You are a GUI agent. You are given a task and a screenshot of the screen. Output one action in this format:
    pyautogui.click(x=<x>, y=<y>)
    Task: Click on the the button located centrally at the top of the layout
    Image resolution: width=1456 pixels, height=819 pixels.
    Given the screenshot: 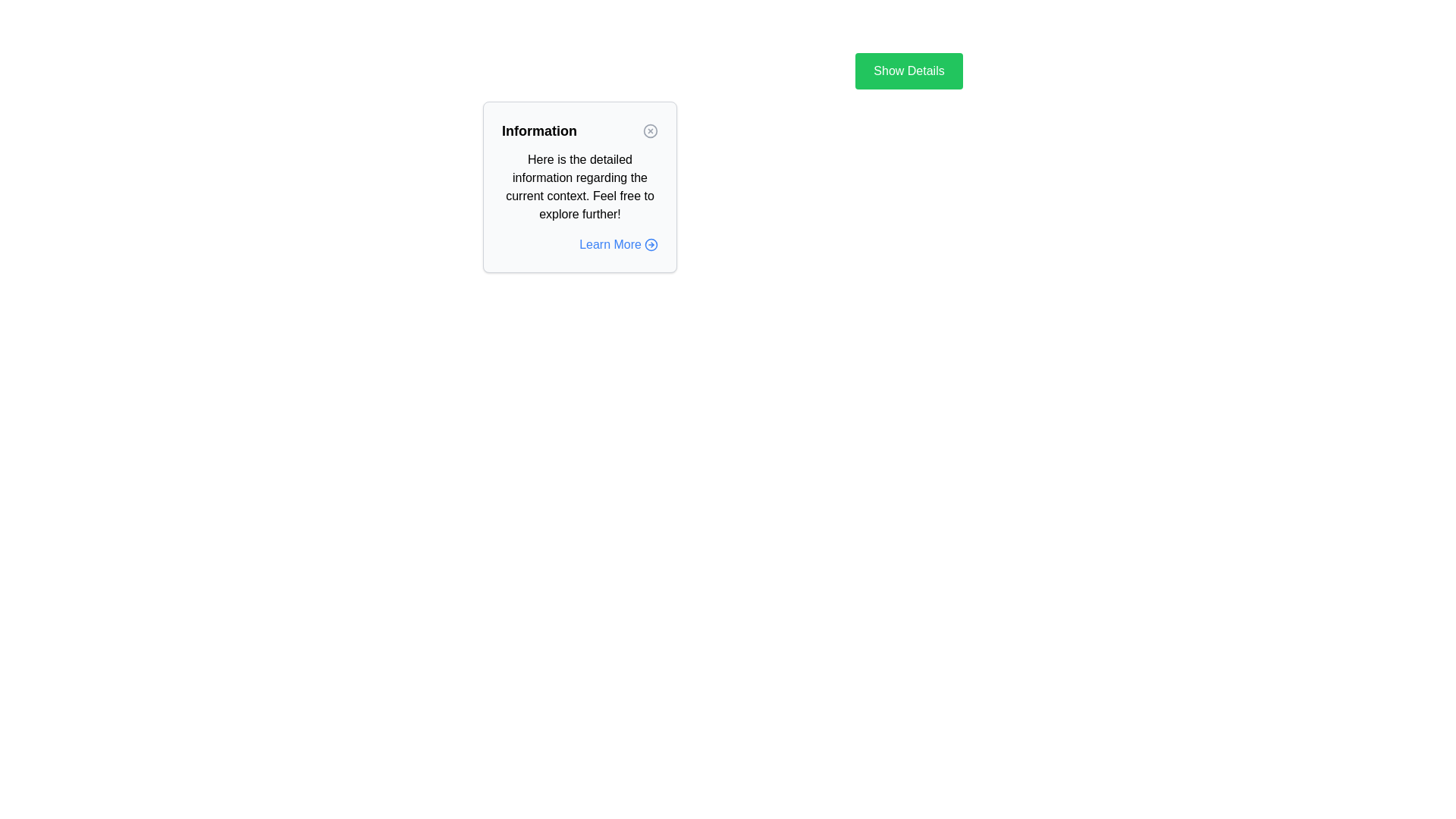 What is the action you would take?
    pyautogui.click(x=909, y=71)
    